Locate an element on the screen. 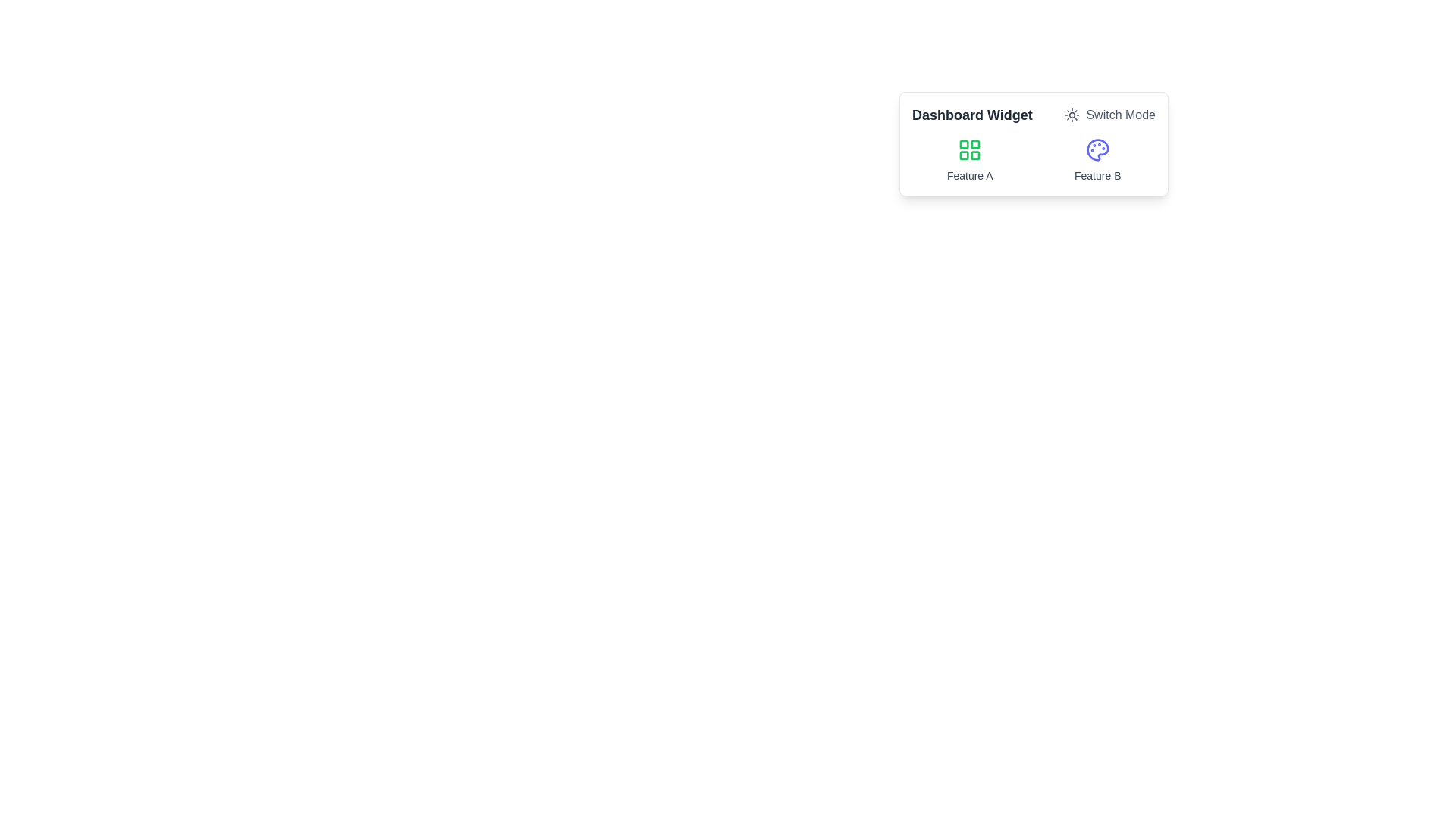 The width and height of the screenshot is (1456, 819). the text label located at the bottom of the second column in a two-column layout within a dashboard widget is located at coordinates (1097, 174).